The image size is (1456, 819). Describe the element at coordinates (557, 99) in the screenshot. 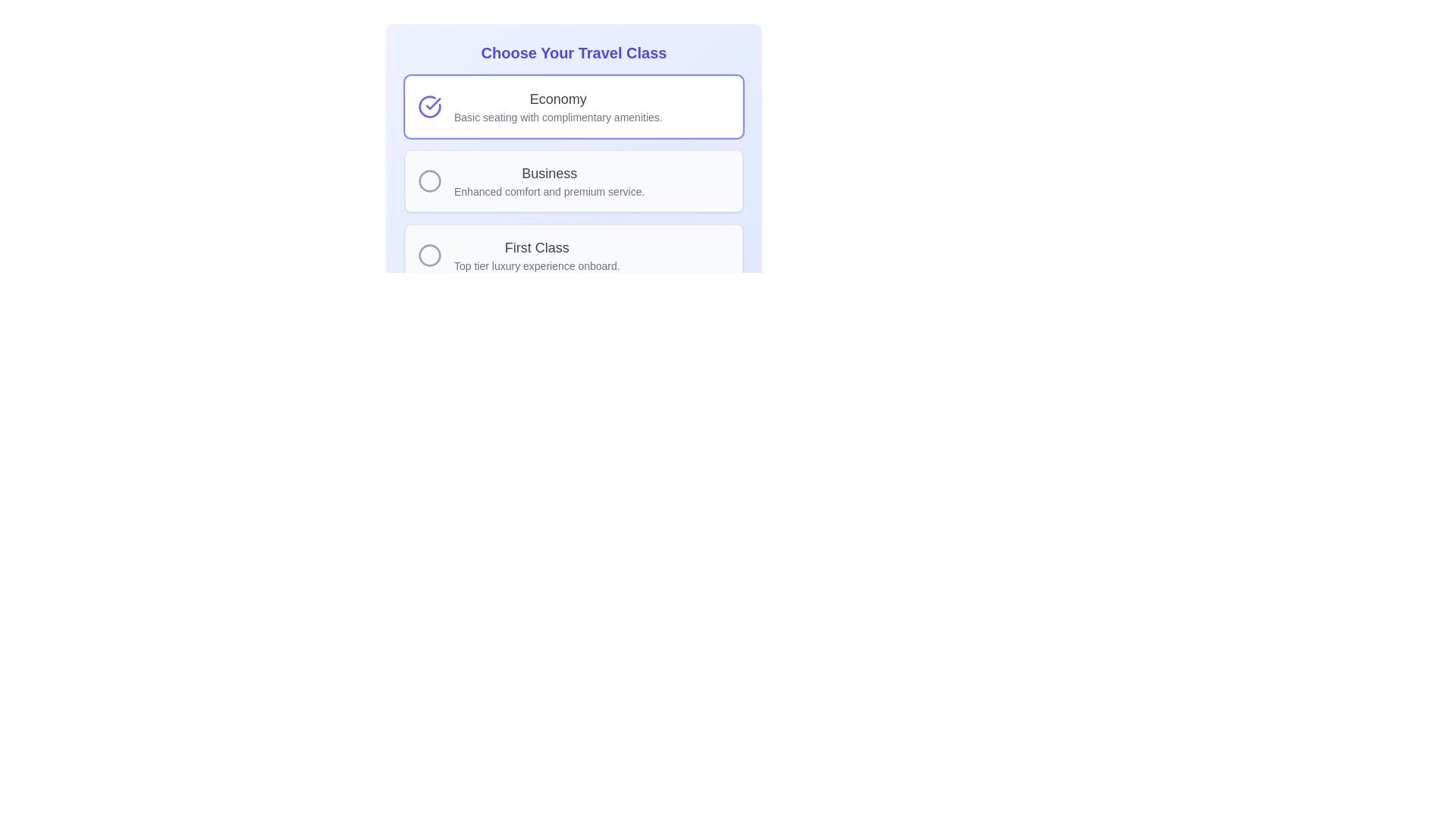

I see `the text label displaying 'Economy' in a bold, medium-sized sans-serif font, located in the first option group of a travel class selection interface, which is directly above the text 'Basic seating with complimentary amenities.'` at that location.